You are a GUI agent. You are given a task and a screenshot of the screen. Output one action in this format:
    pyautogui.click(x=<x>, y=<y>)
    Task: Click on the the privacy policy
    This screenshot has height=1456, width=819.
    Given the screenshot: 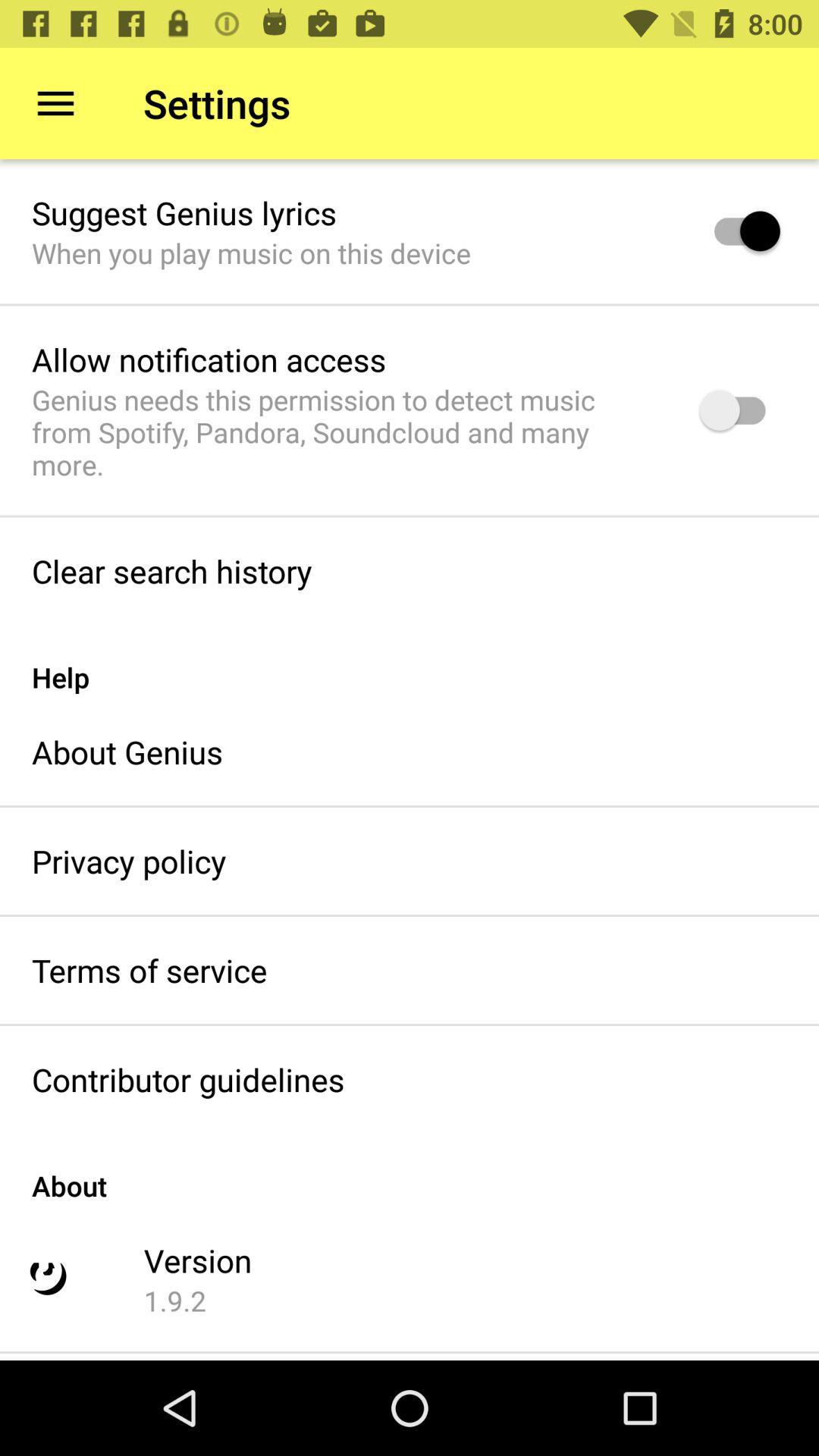 What is the action you would take?
    pyautogui.click(x=128, y=861)
    